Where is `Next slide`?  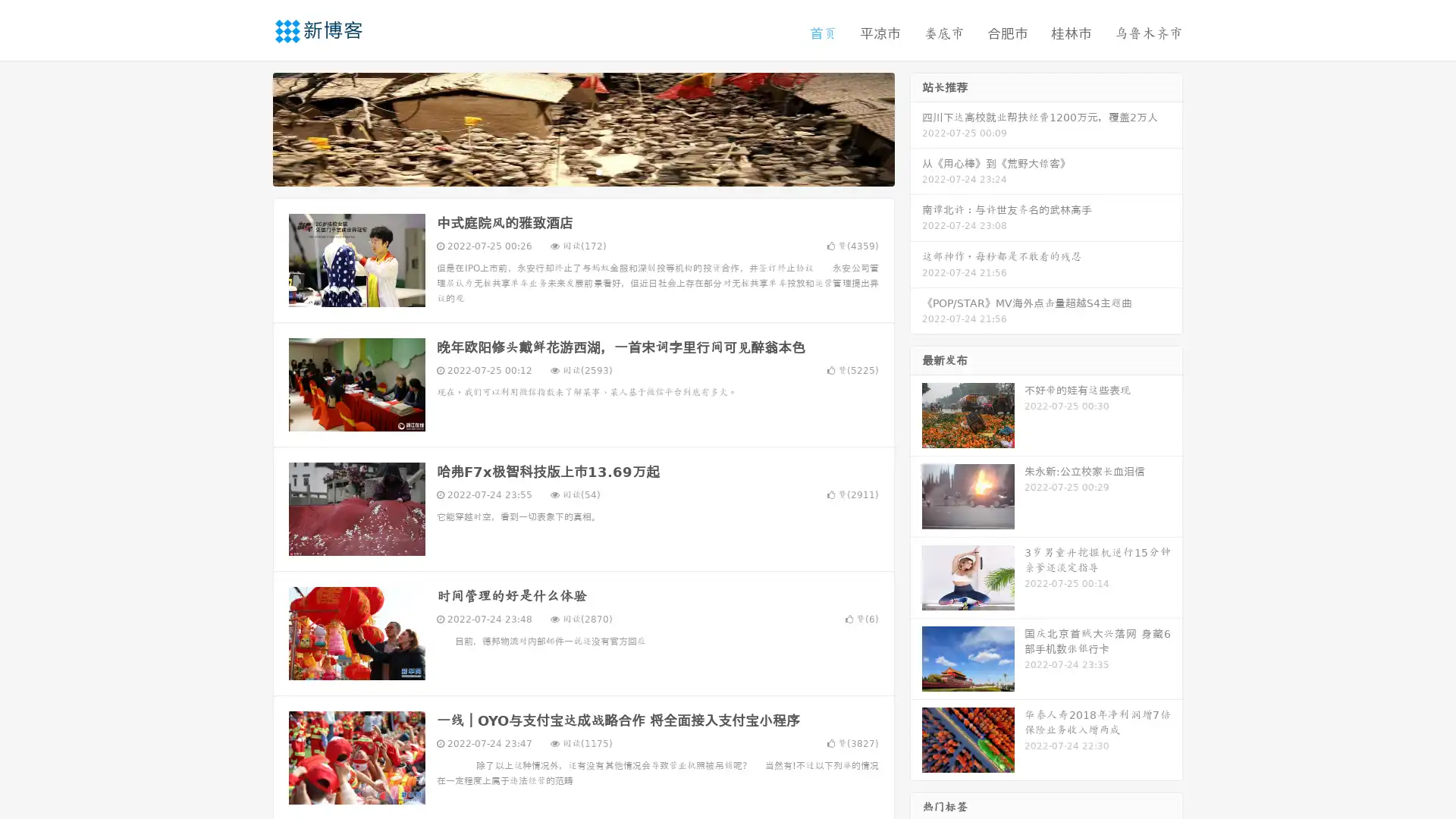
Next slide is located at coordinates (916, 127).